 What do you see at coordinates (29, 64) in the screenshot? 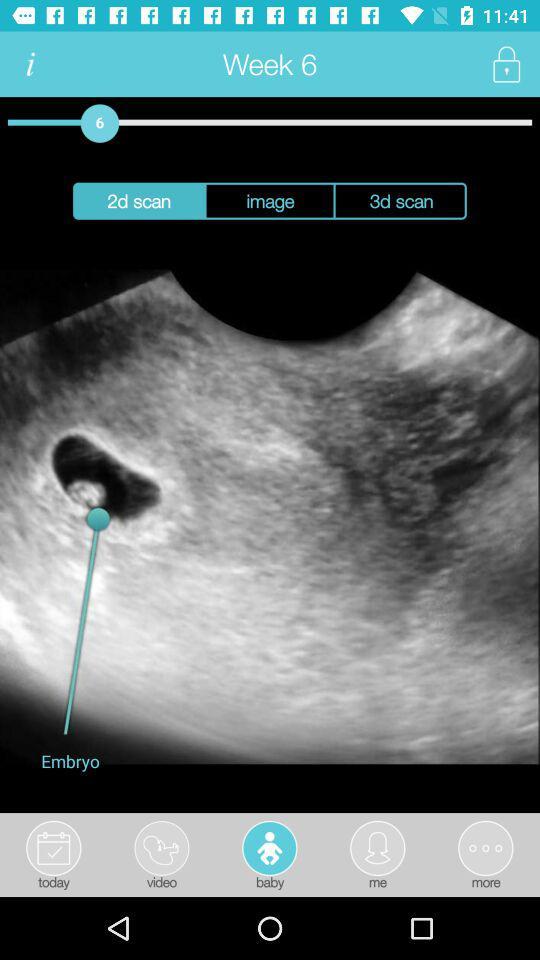
I see `the item next to the week 6 item` at bounding box center [29, 64].